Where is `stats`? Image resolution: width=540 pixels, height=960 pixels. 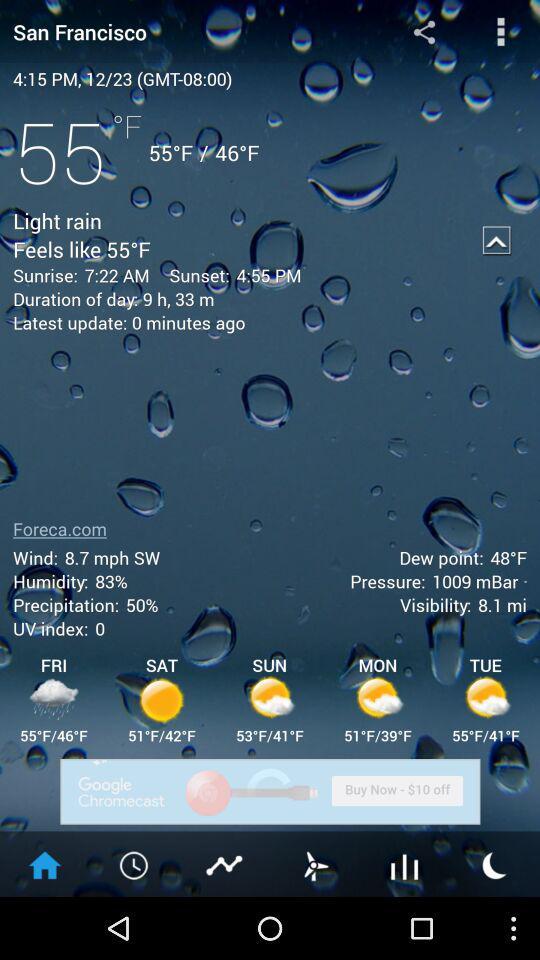 stats is located at coordinates (224, 863).